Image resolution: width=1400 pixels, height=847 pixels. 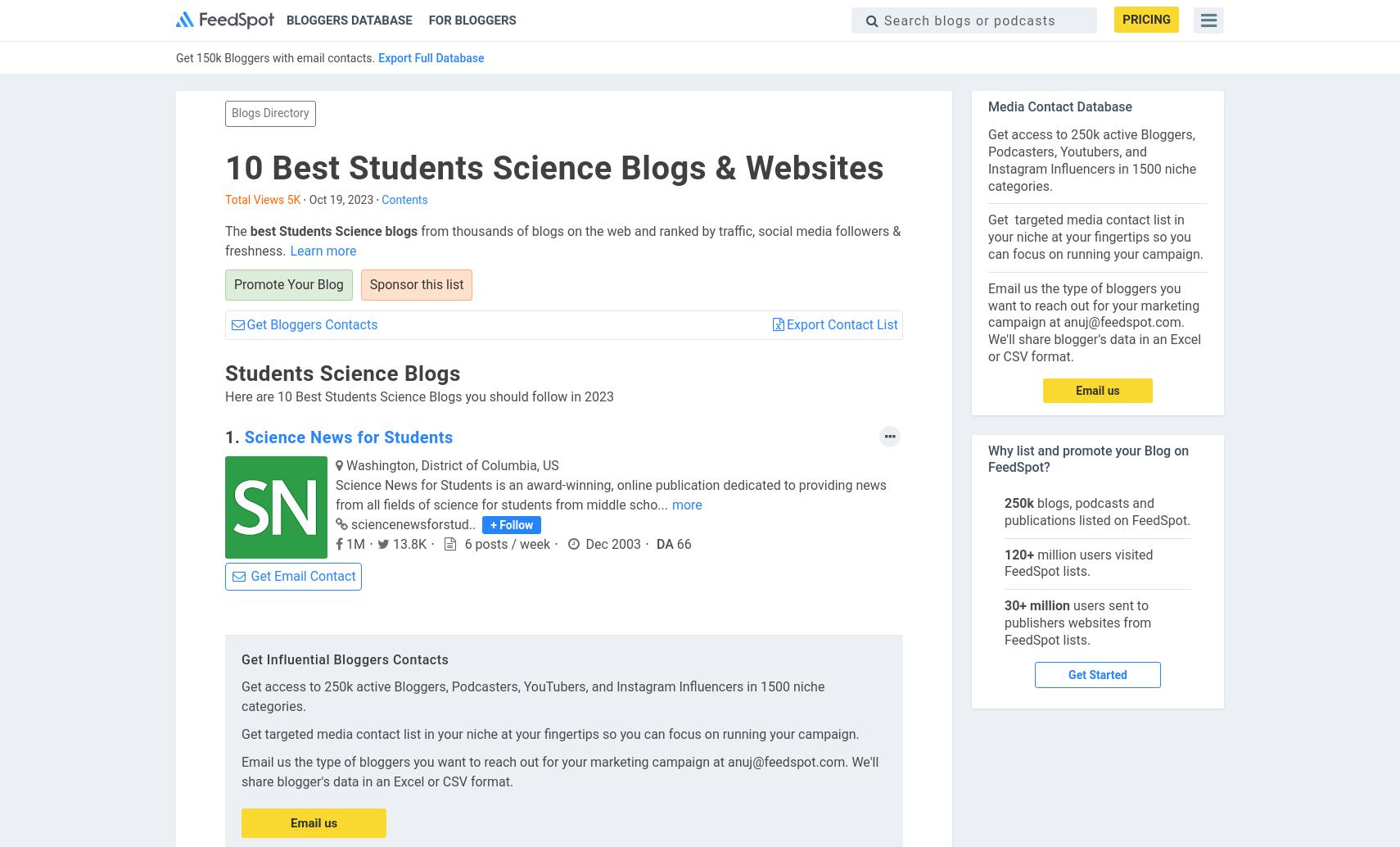 What do you see at coordinates (174, 58) in the screenshot?
I see `'Get 150k Bloggers with email contacts.'` at bounding box center [174, 58].